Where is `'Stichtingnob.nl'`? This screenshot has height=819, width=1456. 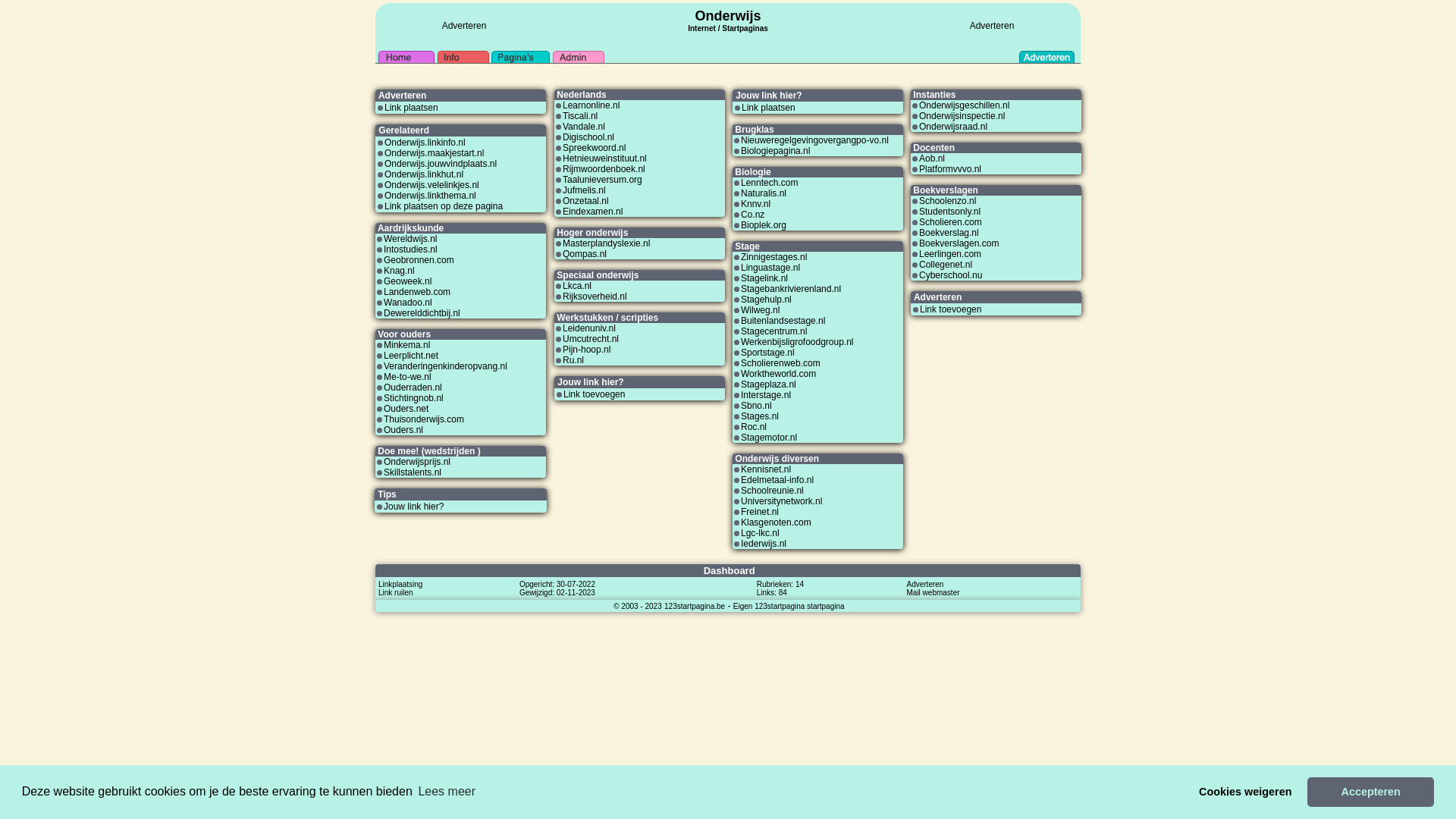 'Stichtingnob.nl' is located at coordinates (413, 397).